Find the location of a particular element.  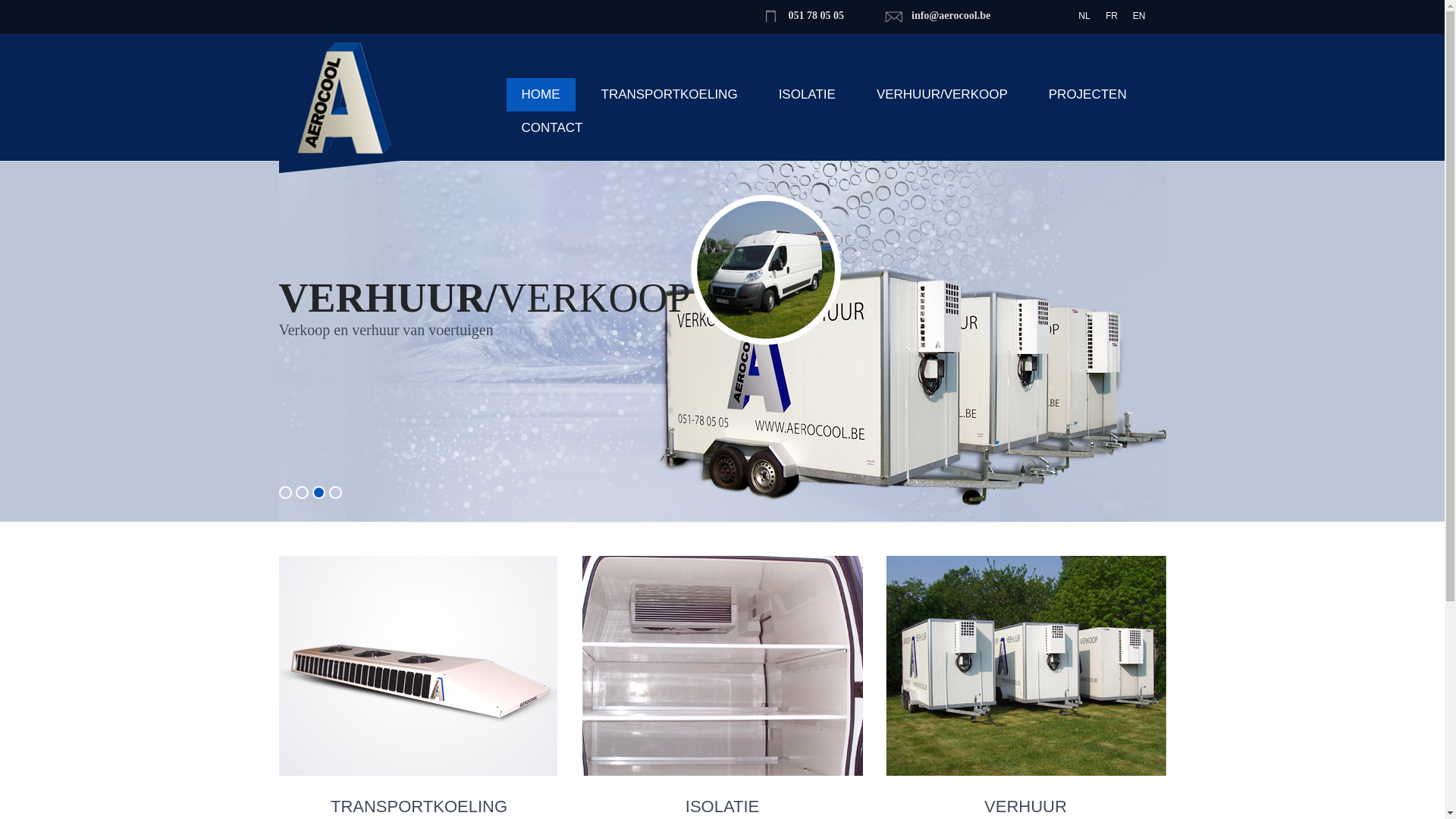

'CONTACT' is located at coordinates (551, 127).